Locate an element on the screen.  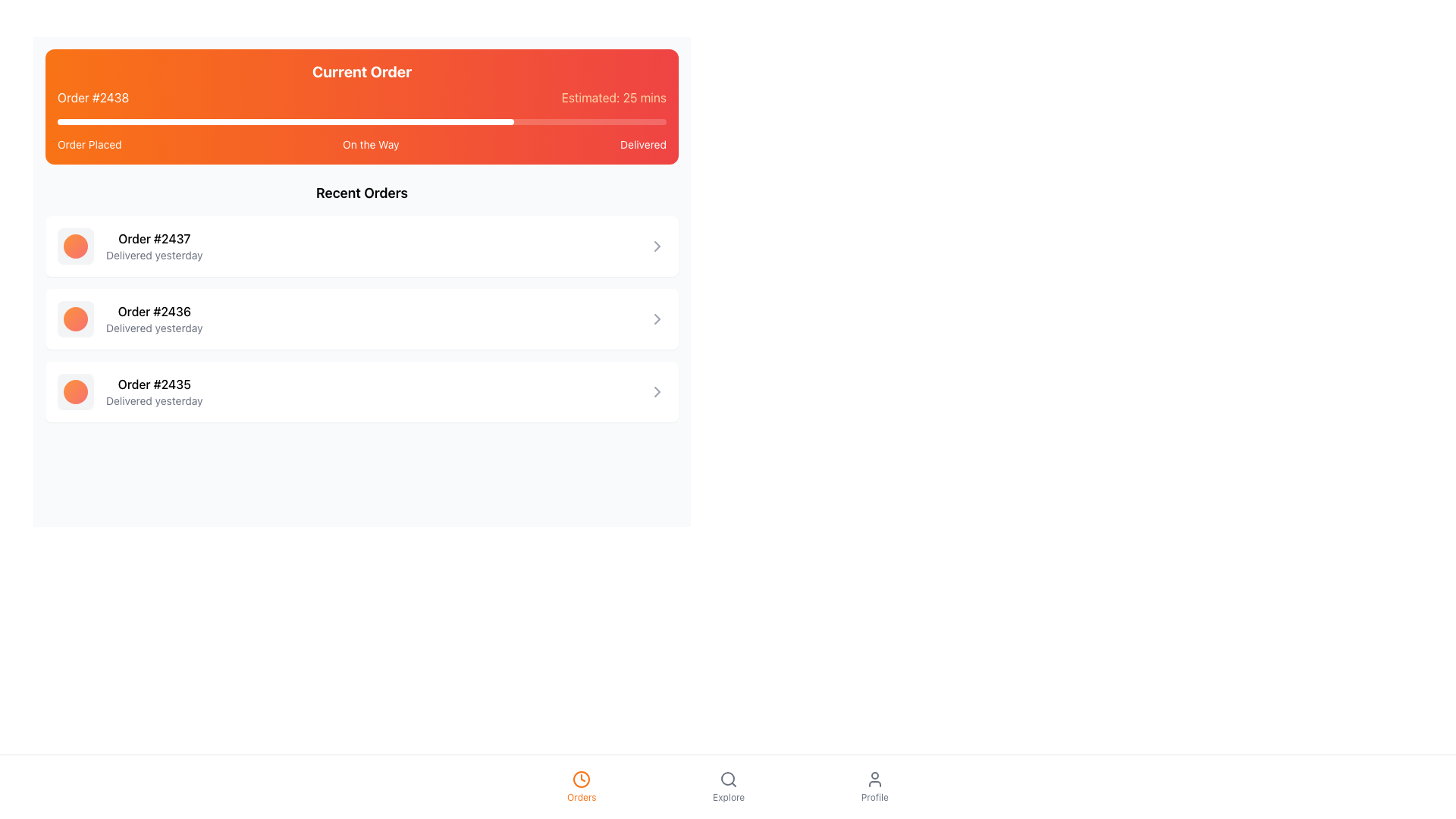
the 'Explore' text label located in the bottom navigation bar, which provides context for the associated magnifying glass icon is located at coordinates (729, 797).